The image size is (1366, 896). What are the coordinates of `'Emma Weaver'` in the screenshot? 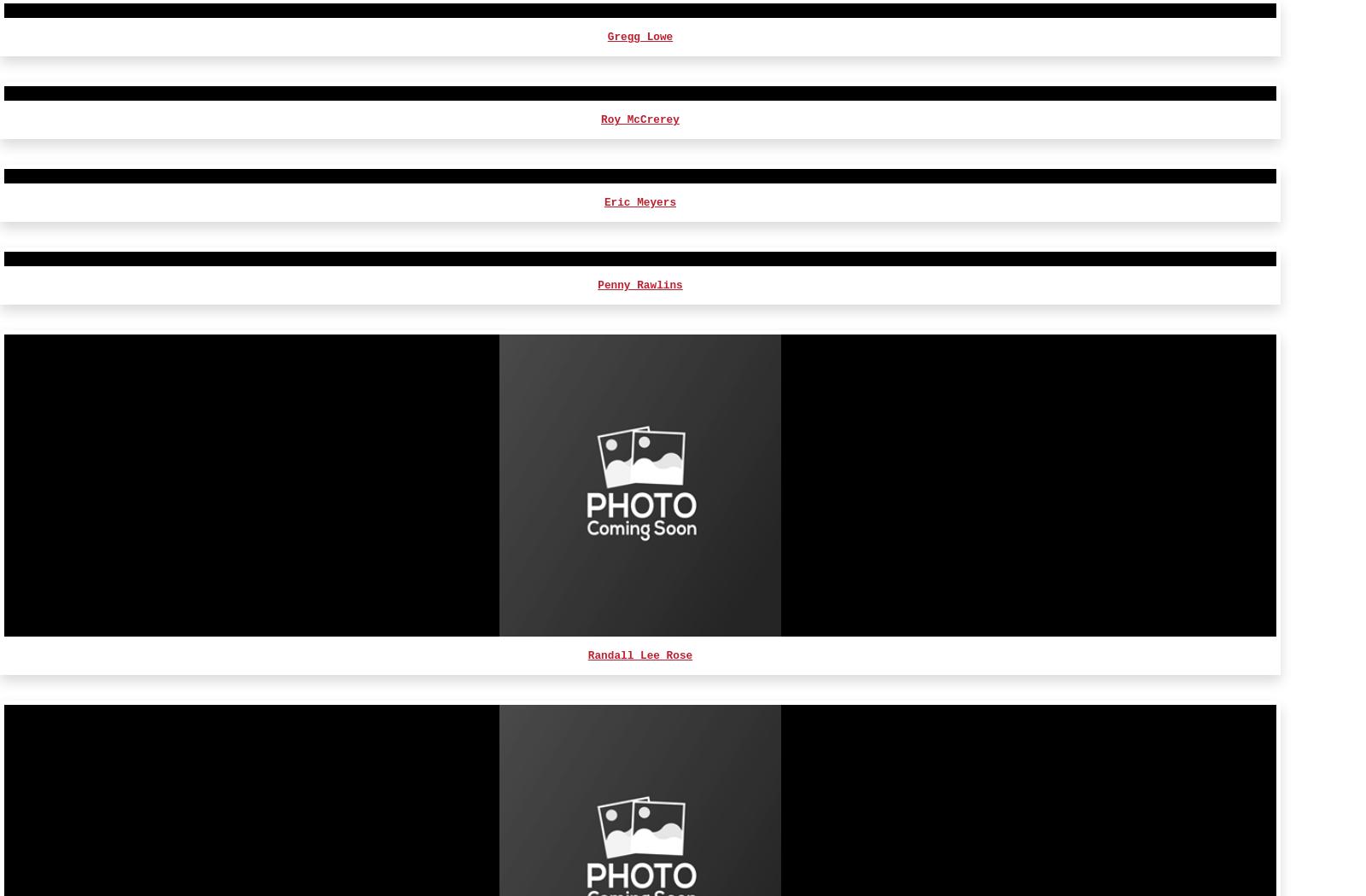 It's located at (639, 91).